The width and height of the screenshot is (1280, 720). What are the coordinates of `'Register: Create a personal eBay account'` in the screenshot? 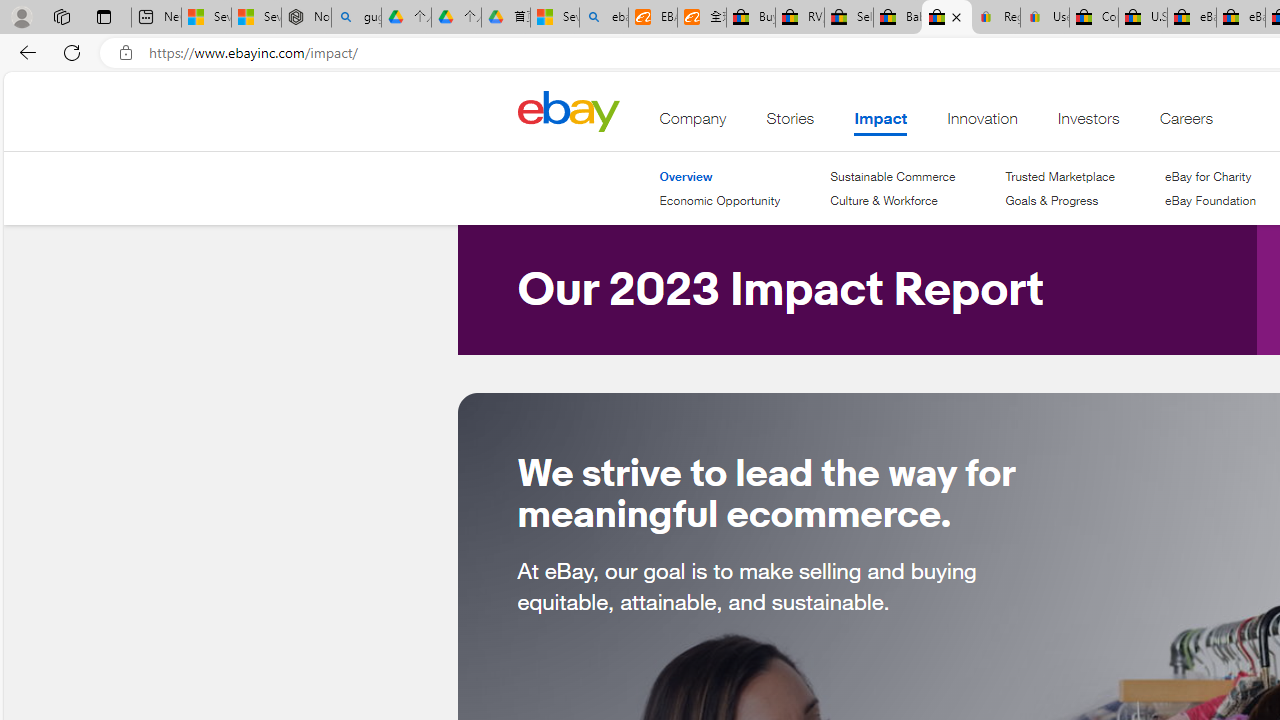 It's located at (995, 17).